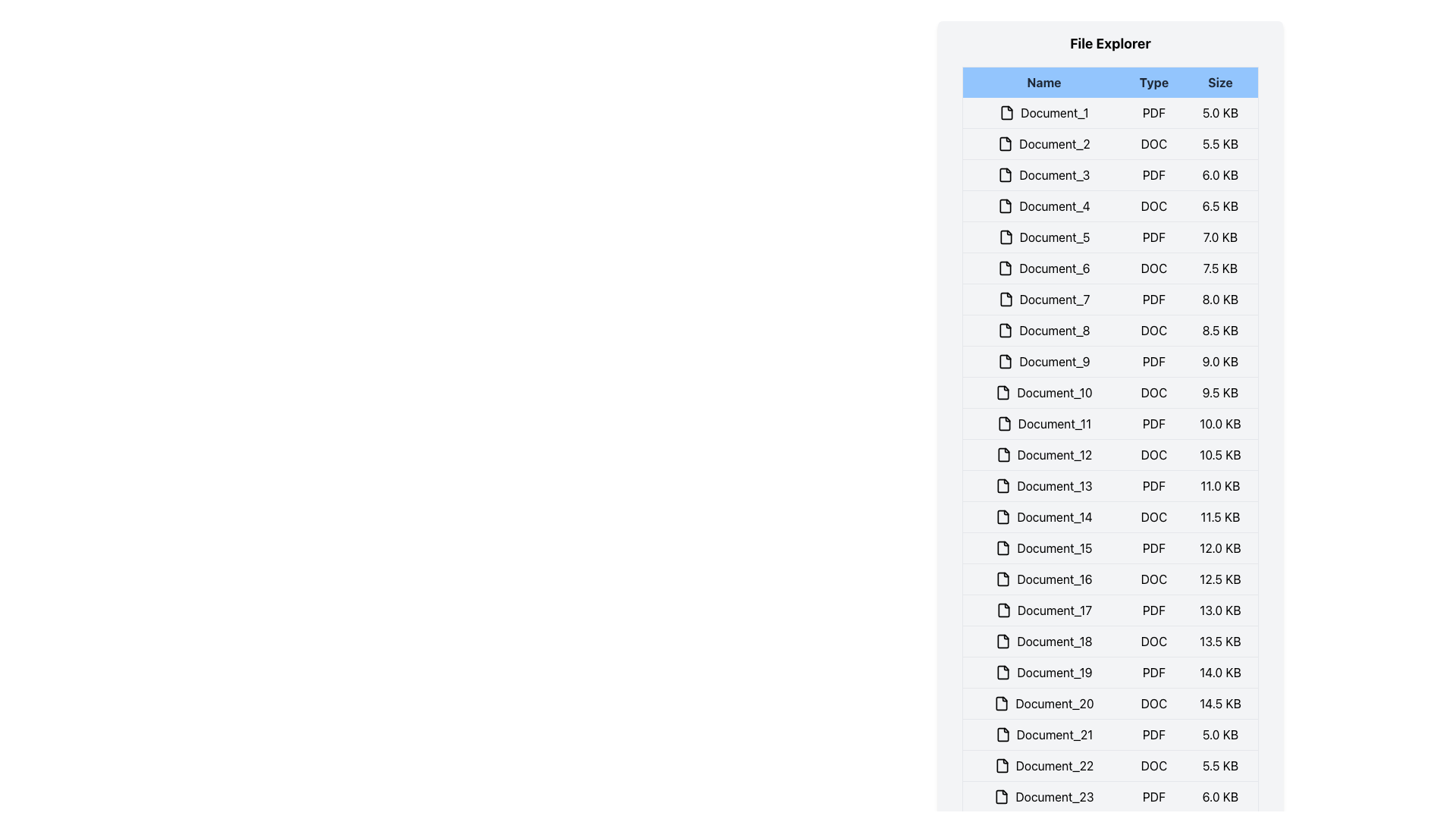  Describe the element at coordinates (1043, 579) in the screenshot. I see `the Text label that represents the file name 'Document_16' in the highlighted row of the 'File Explorer' column` at that location.